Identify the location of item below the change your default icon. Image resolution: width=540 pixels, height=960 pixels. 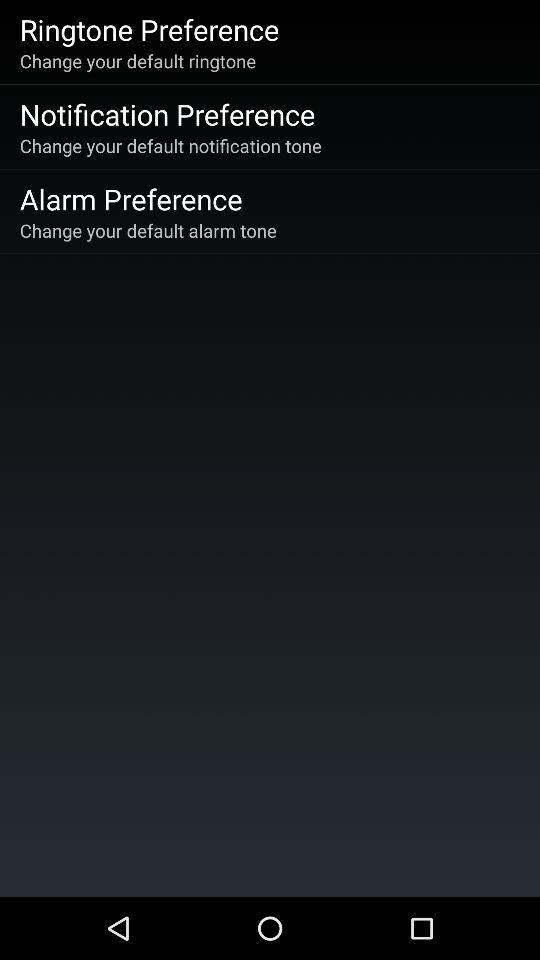
(166, 114).